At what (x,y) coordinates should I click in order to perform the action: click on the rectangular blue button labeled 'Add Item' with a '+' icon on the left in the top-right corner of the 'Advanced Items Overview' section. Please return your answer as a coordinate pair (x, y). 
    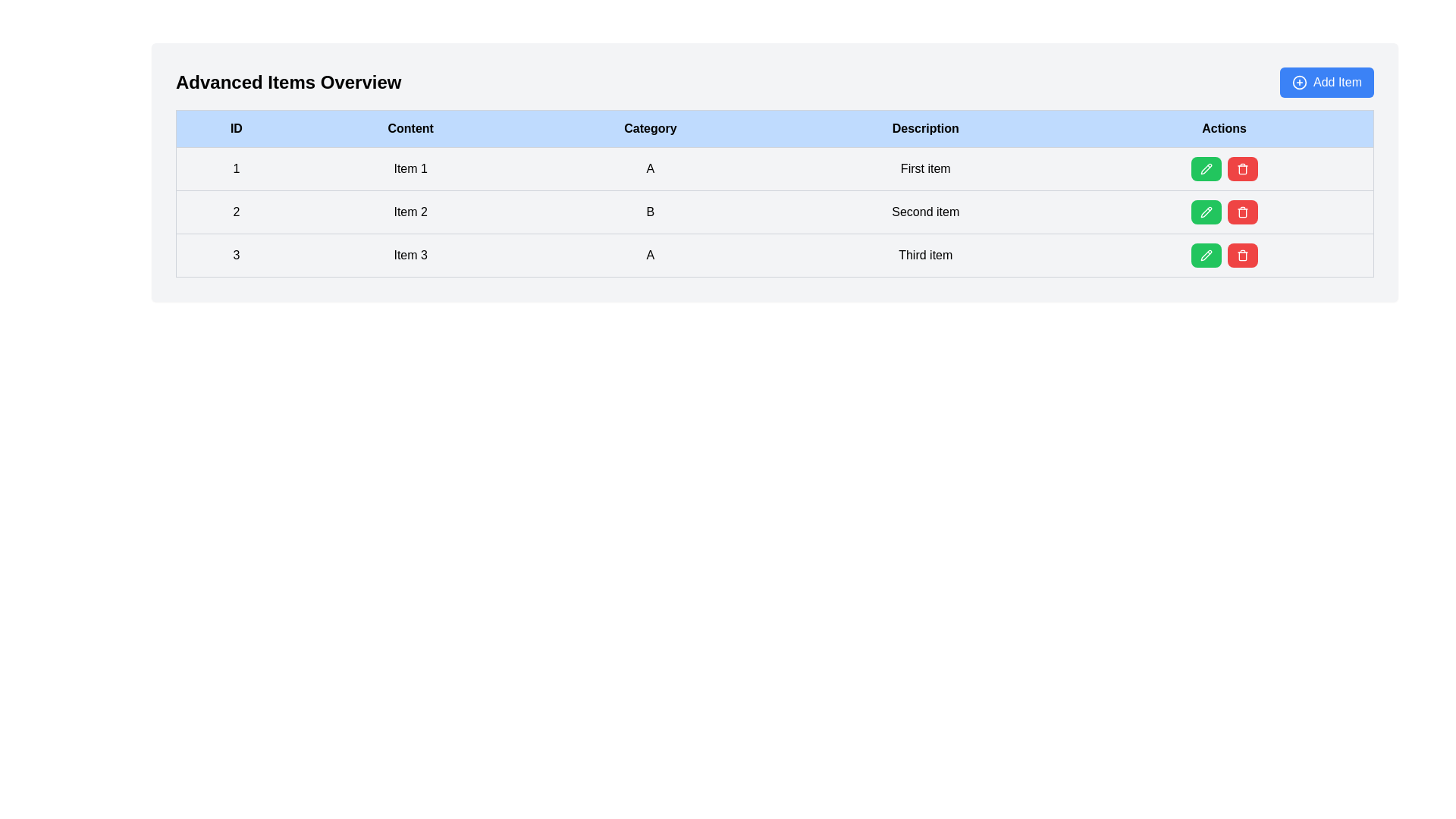
    Looking at the image, I should click on (1326, 82).